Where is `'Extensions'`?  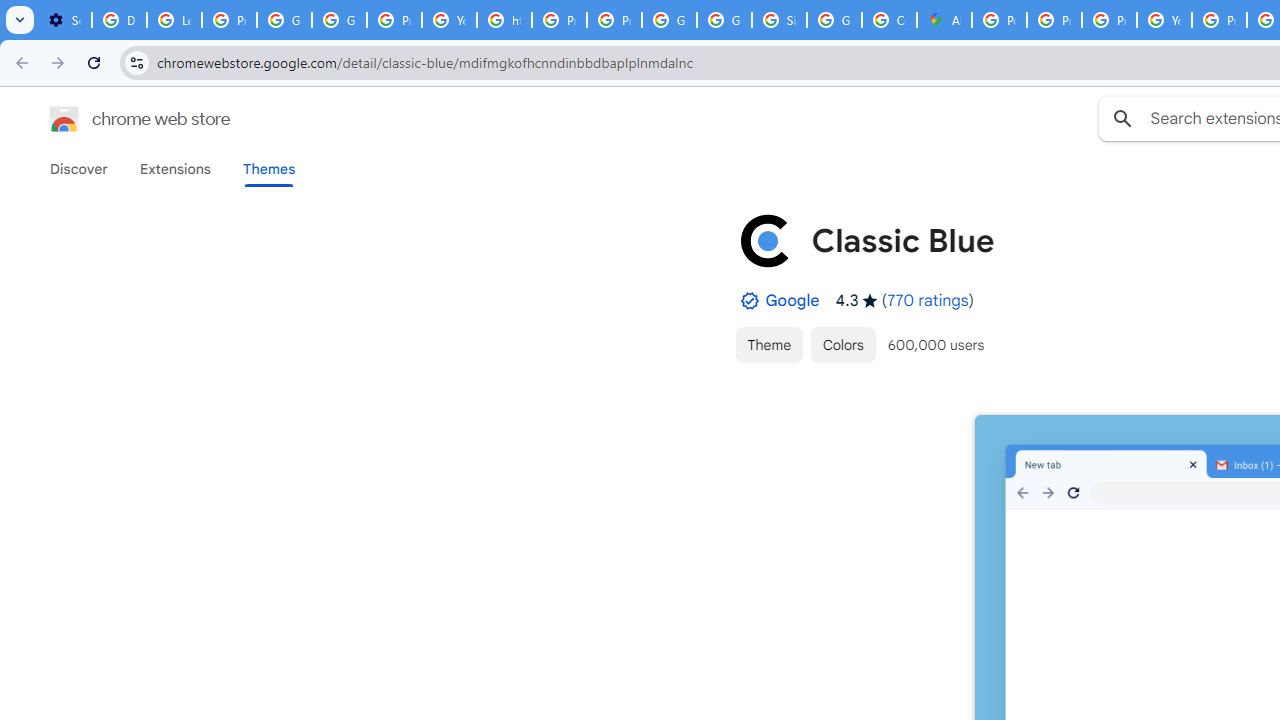
'Extensions' is located at coordinates (174, 168).